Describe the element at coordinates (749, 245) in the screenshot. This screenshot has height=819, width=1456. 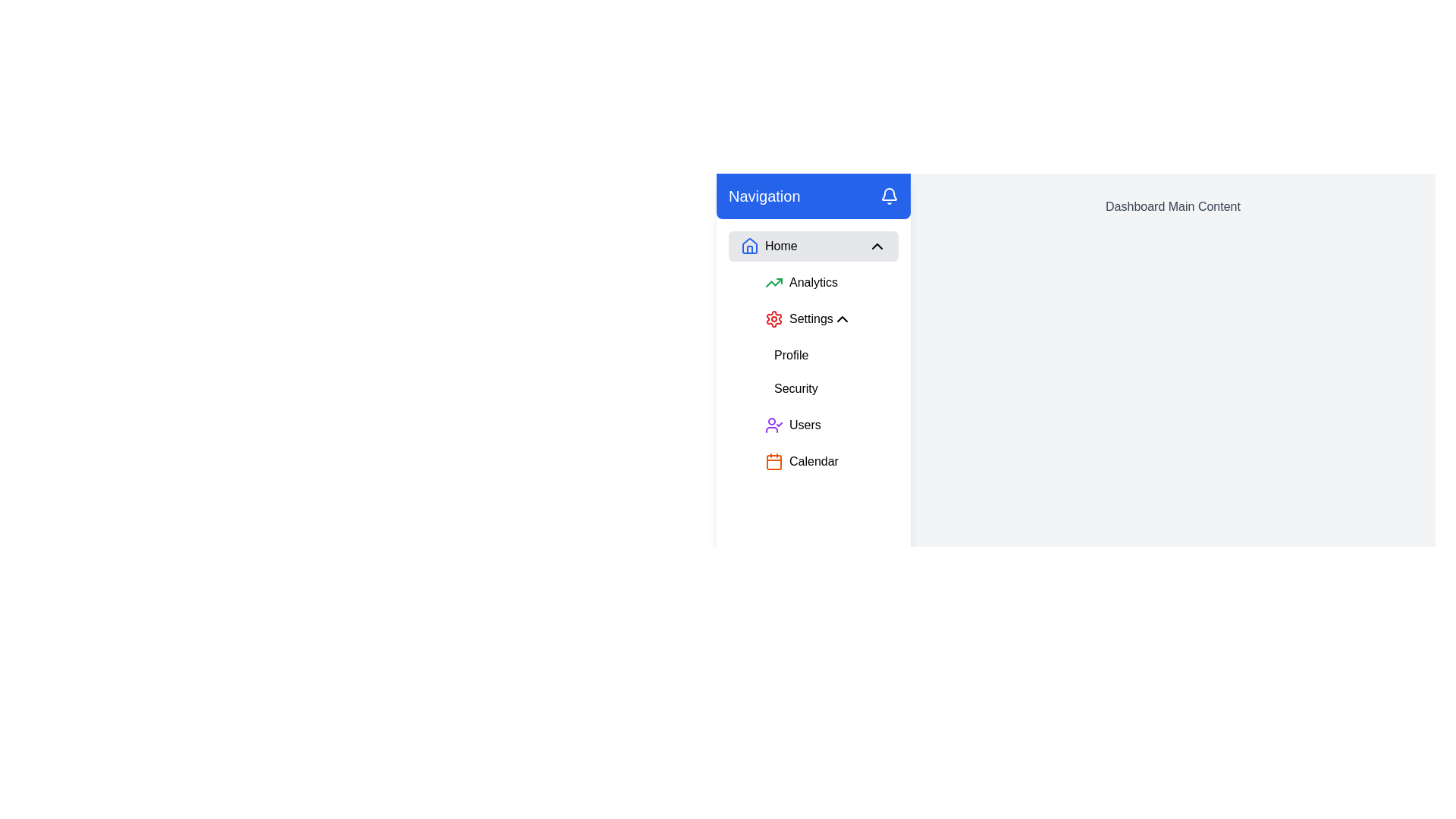
I see `the 'Home' icon in the top navigation menu, which is represented by a blue-stroked house graphic` at that location.